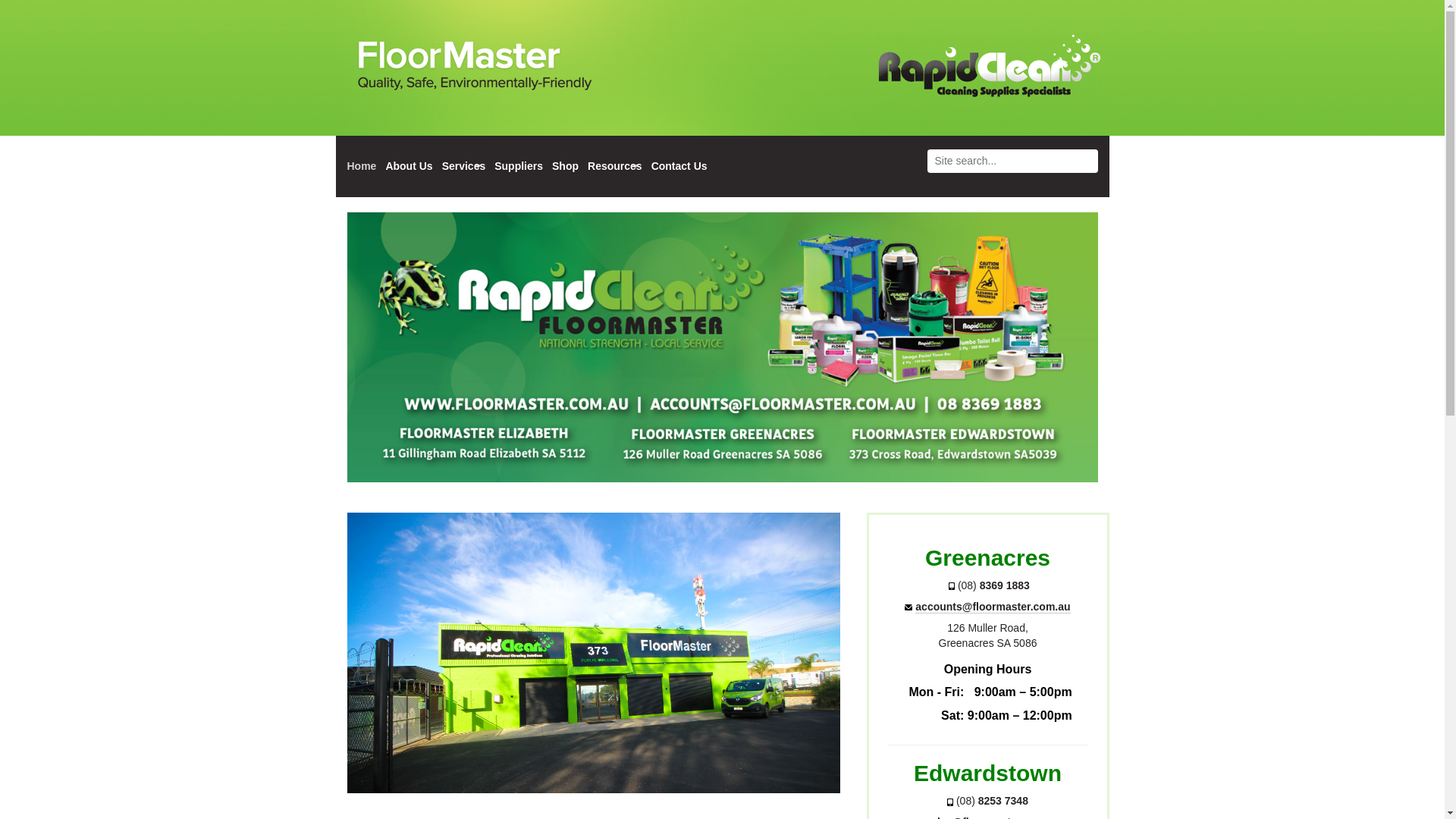 The width and height of the screenshot is (1456, 819). Describe the element at coordinates (494, 166) in the screenshot. I see `'Suppliers'` at that location.